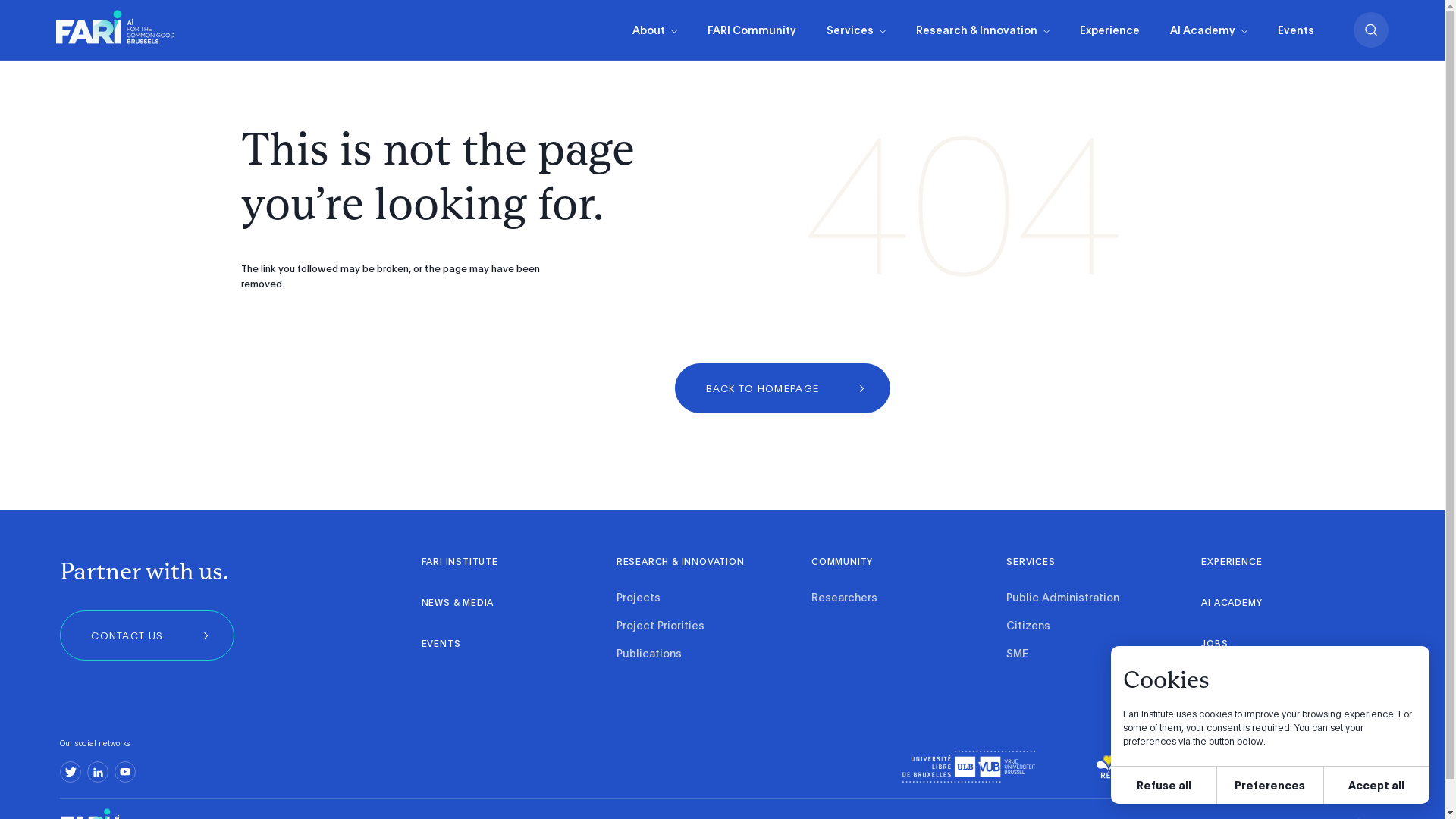 The image size is (1456, 819). Describe the element at coordinates (1030, 562) in the screenshot. I see `'SERVICES'` at that location.